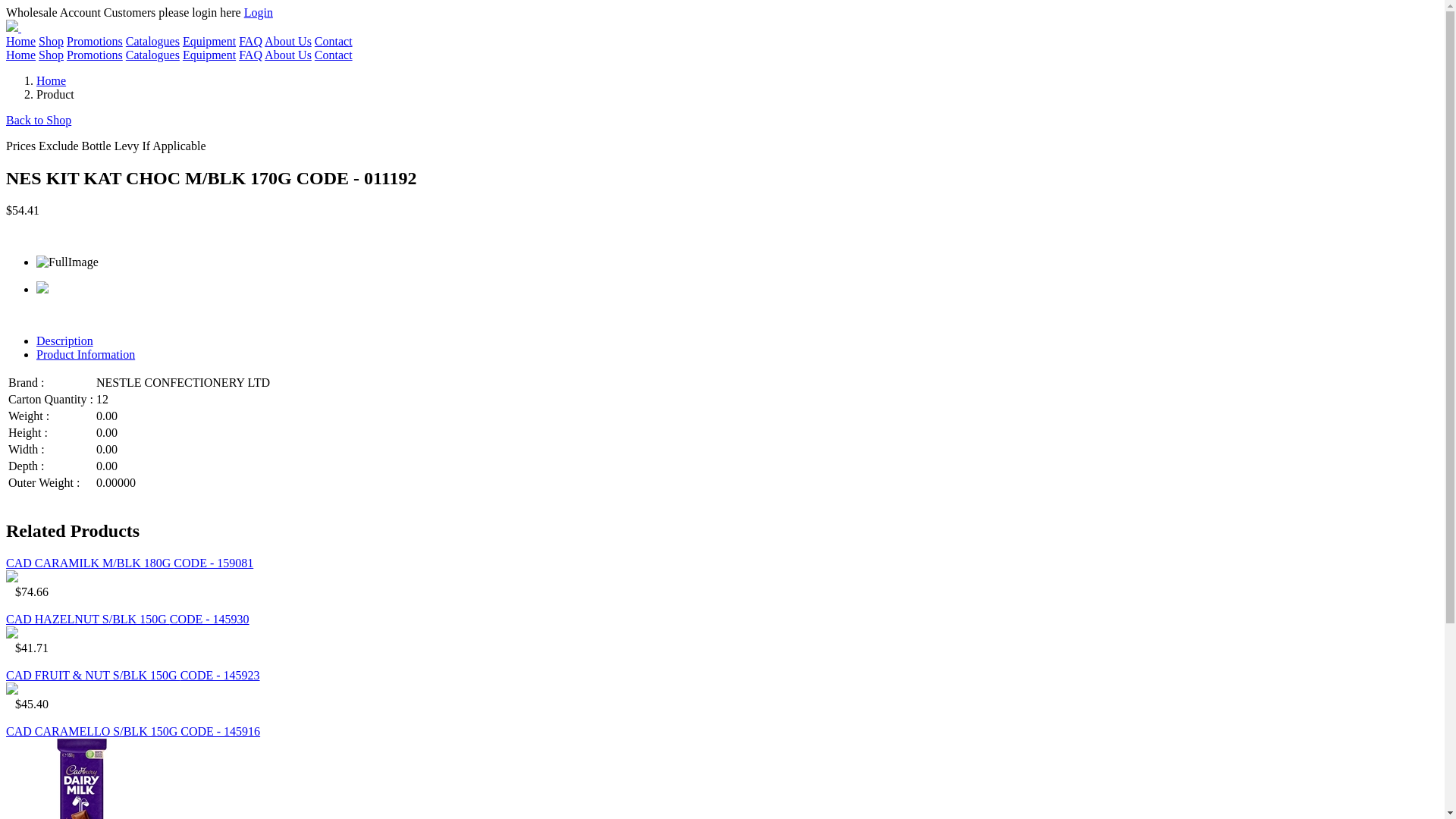 The width and height of the screenshot is (1456, 819). What do you see at coordinates (93, 54) in the screenshot?
I see `'Promotions'` at bounding box center [93, 54].